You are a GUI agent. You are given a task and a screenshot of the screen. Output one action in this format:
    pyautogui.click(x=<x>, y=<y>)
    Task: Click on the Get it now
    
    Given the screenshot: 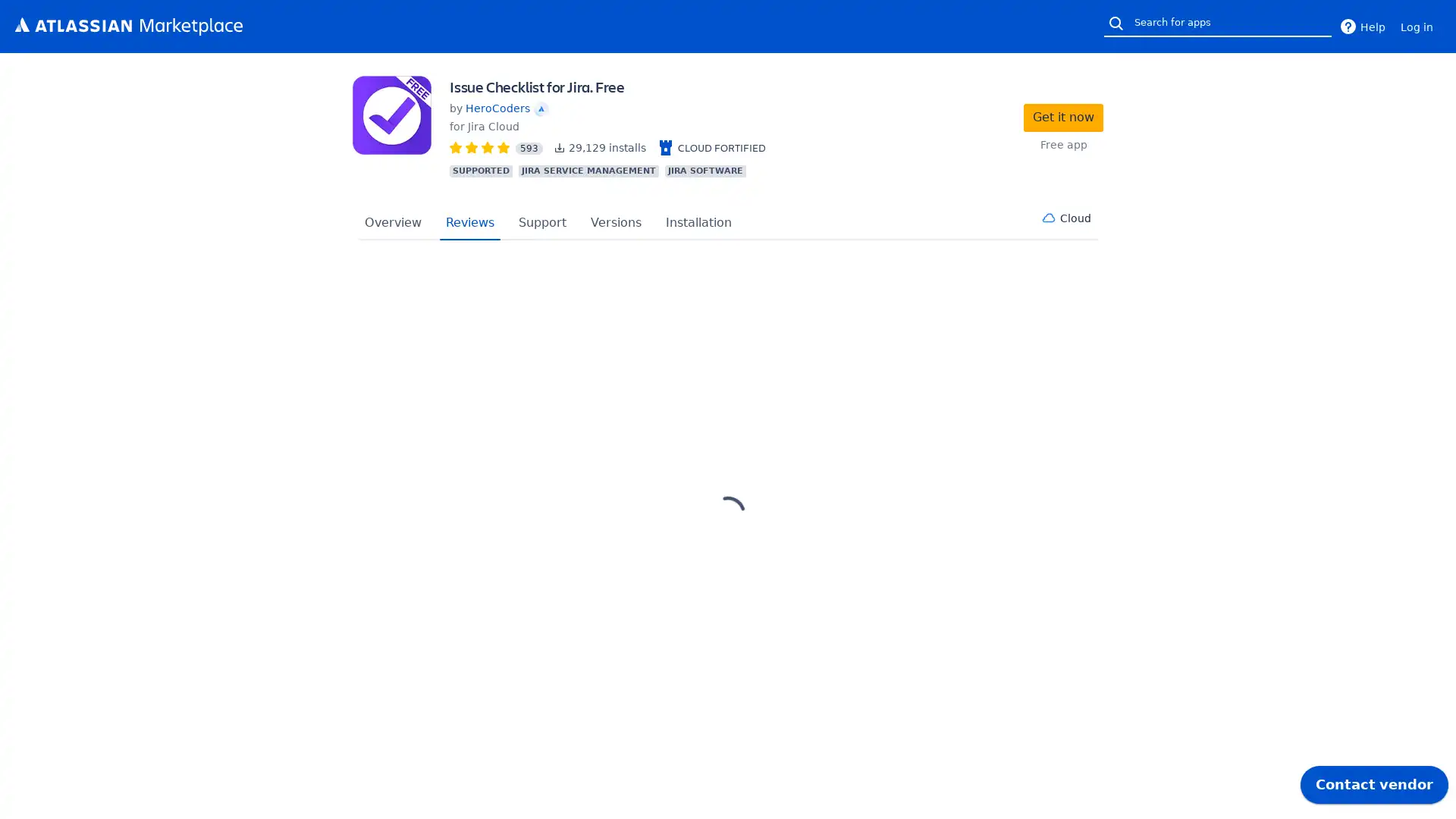 What is the action you would take?
    pyautogui.click(x=1062, y=116)
    